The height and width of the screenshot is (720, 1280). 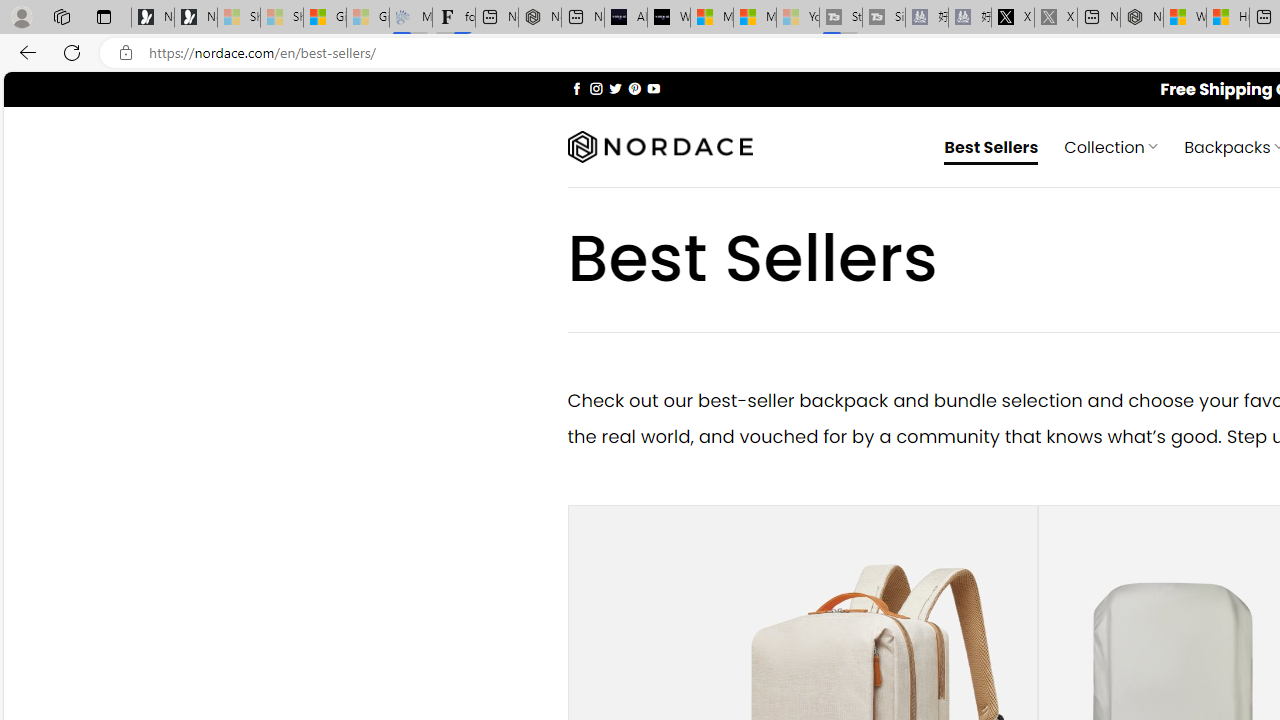 I want to click on 'Follow on Twitter', so click(x=614, y=87).